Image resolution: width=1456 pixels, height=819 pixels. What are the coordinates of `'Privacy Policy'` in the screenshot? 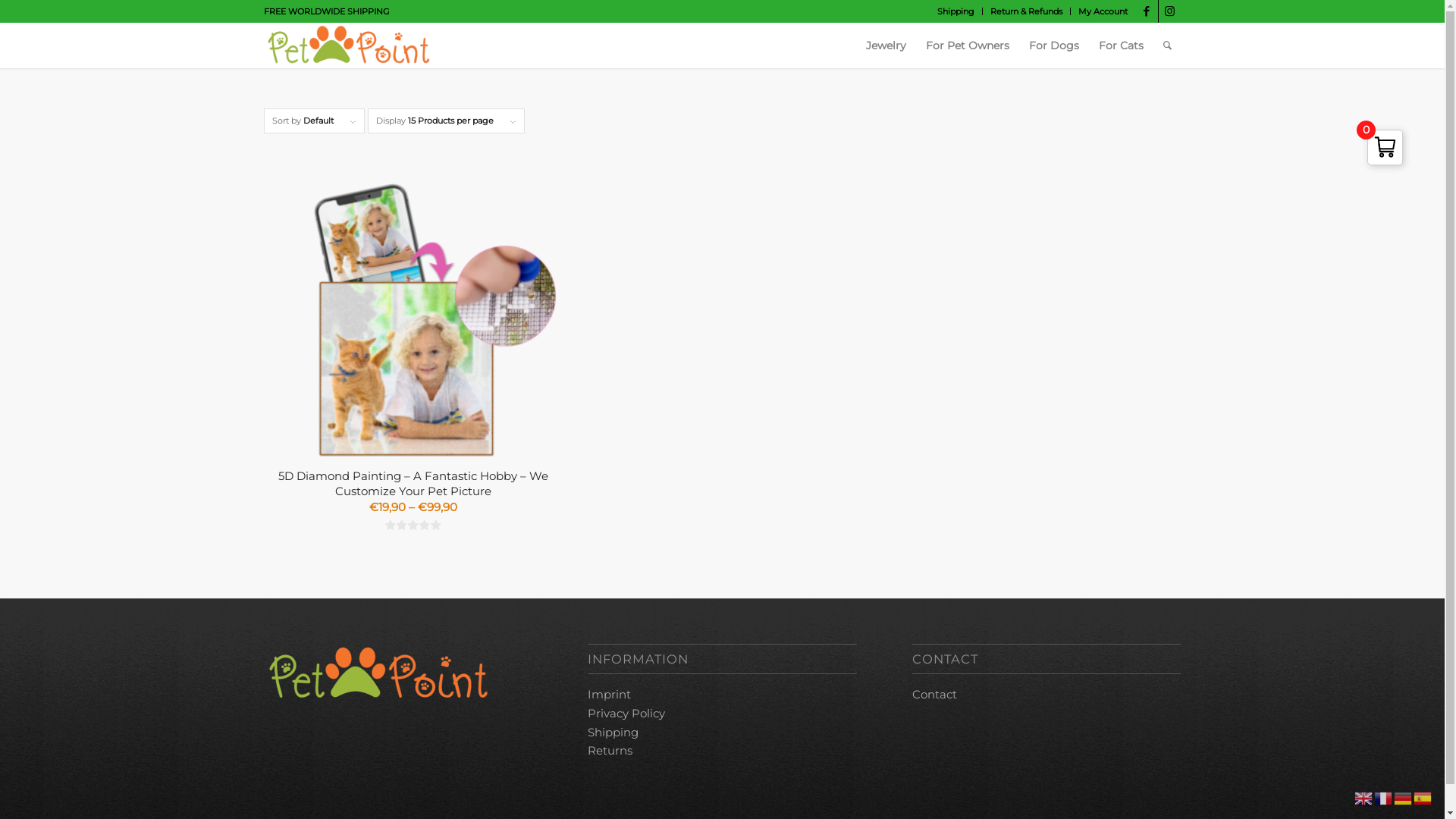 It's located at (626, 713).